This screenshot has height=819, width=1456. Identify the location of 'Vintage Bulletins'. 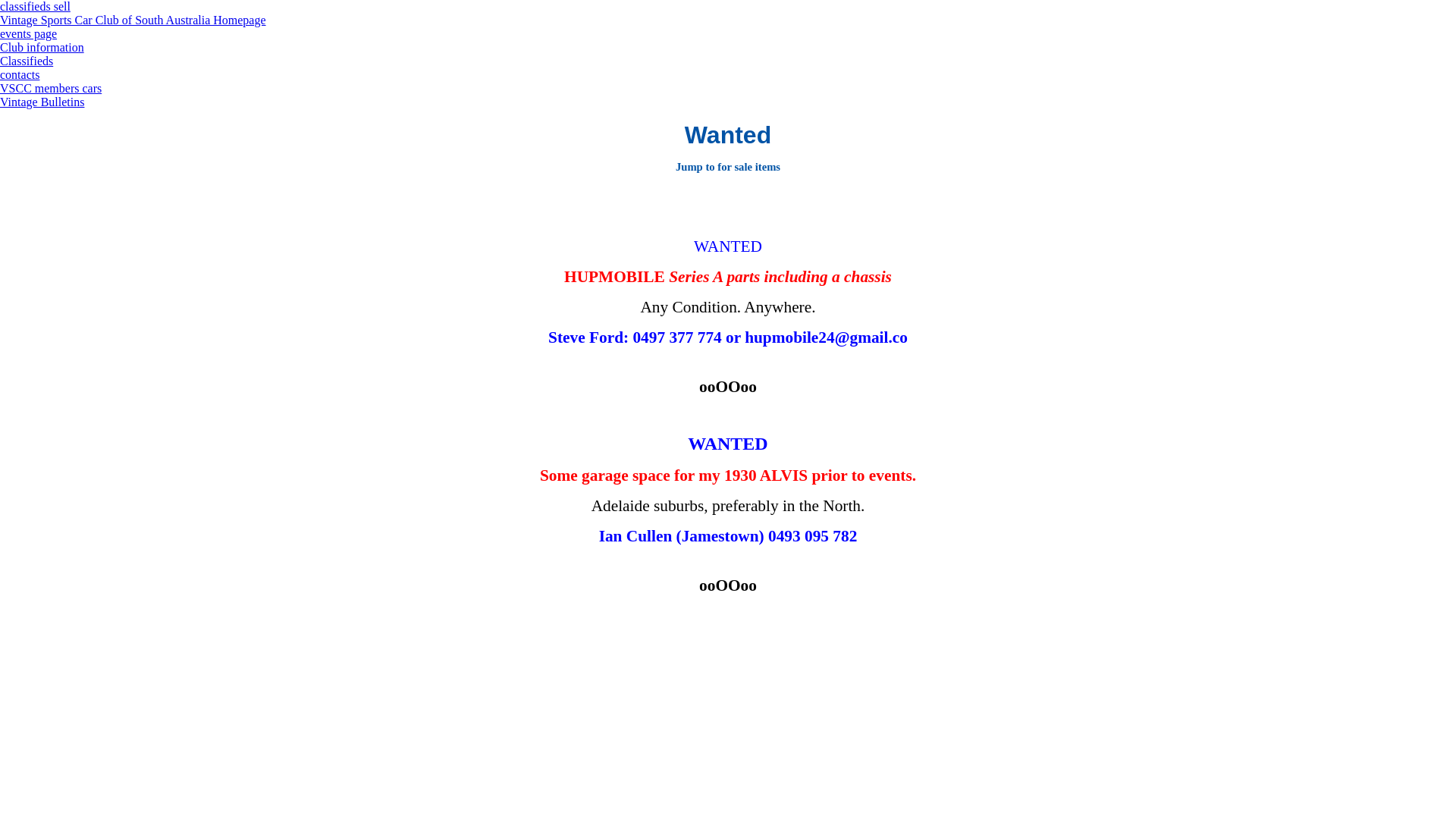
(42, 102).